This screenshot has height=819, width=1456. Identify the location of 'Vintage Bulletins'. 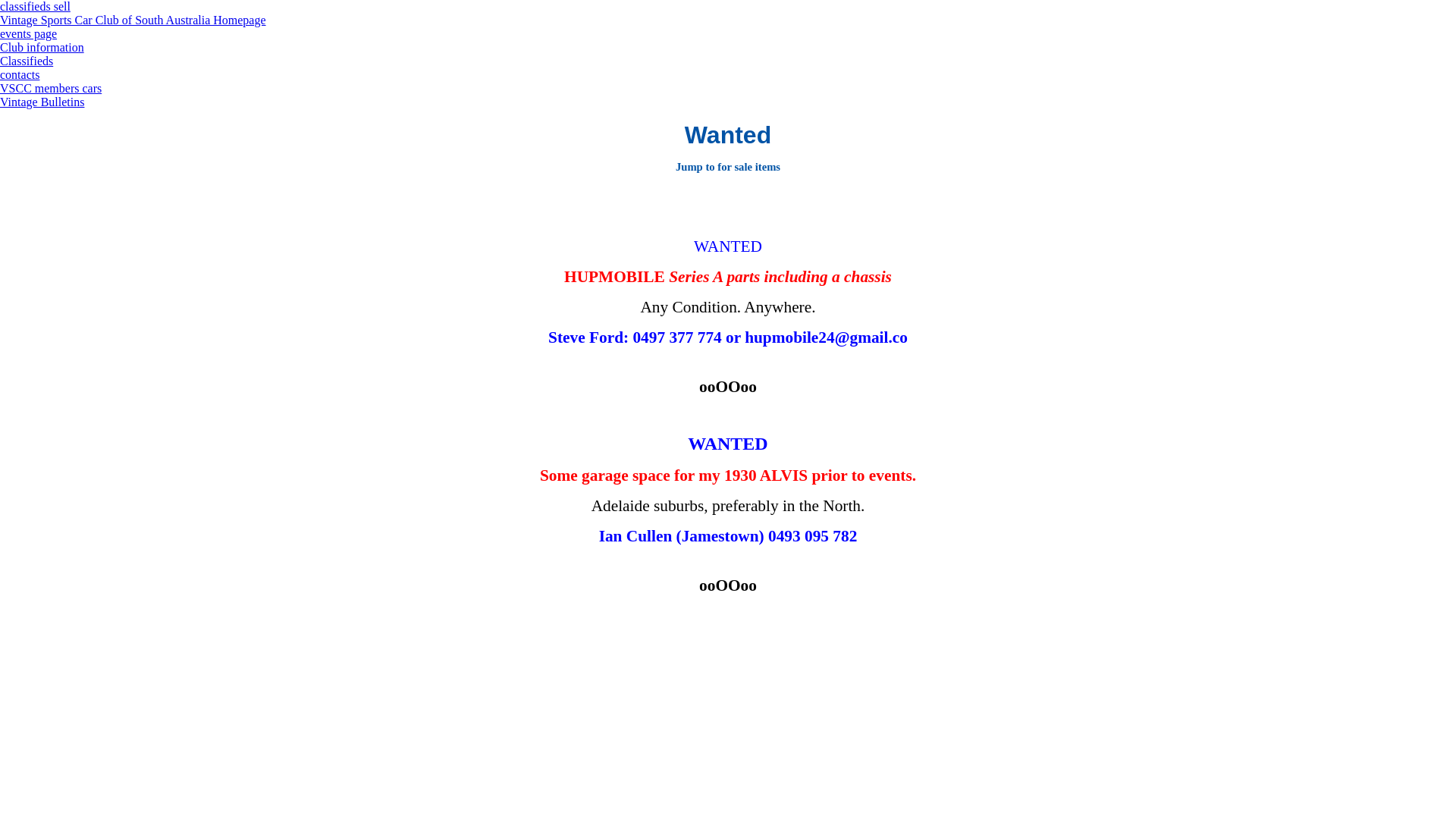
(42, 102).